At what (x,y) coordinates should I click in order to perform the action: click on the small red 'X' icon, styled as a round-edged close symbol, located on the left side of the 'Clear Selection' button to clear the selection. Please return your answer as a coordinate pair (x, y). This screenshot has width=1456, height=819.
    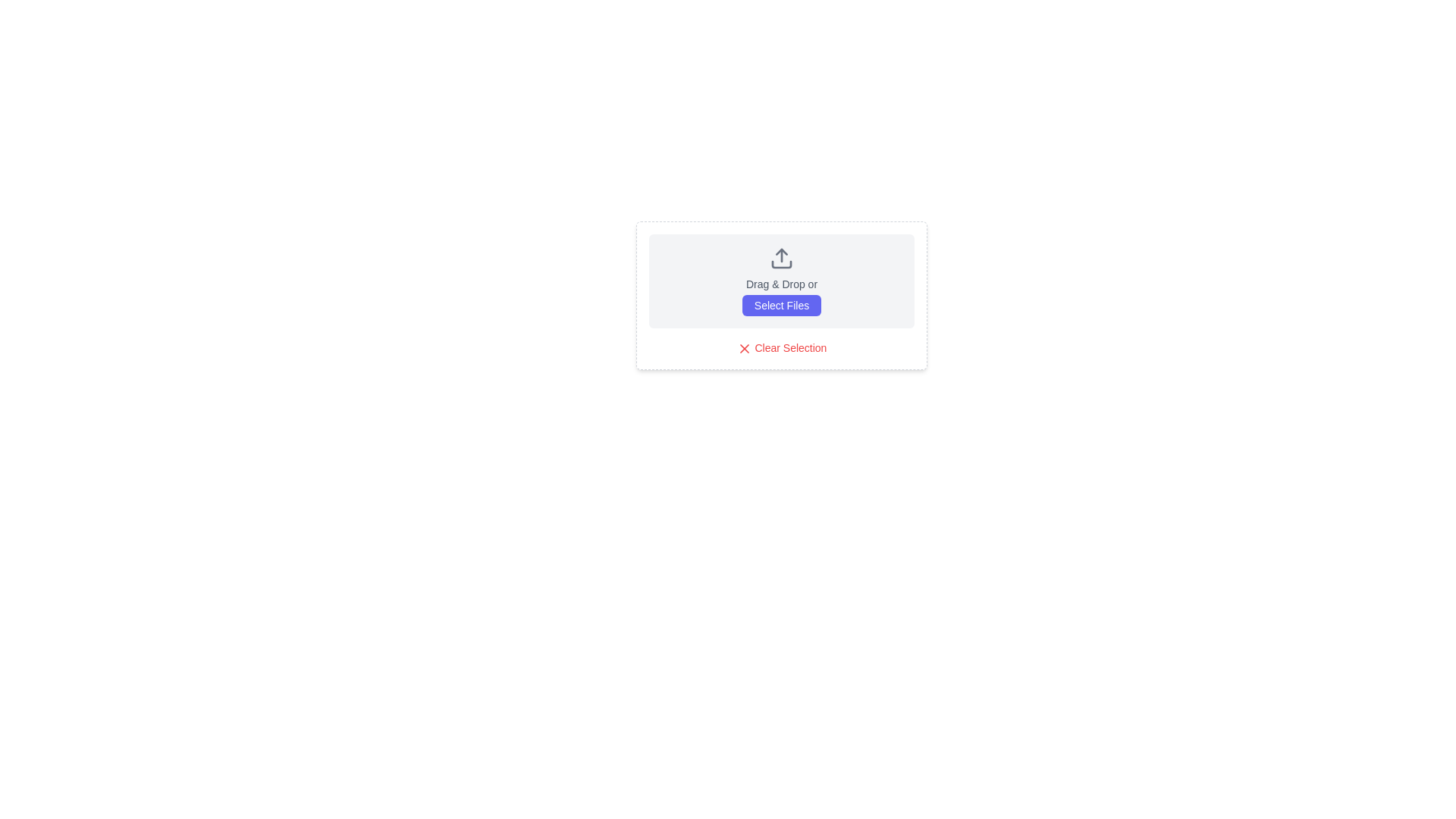
    Looking at the image, I should click on (744, 349).